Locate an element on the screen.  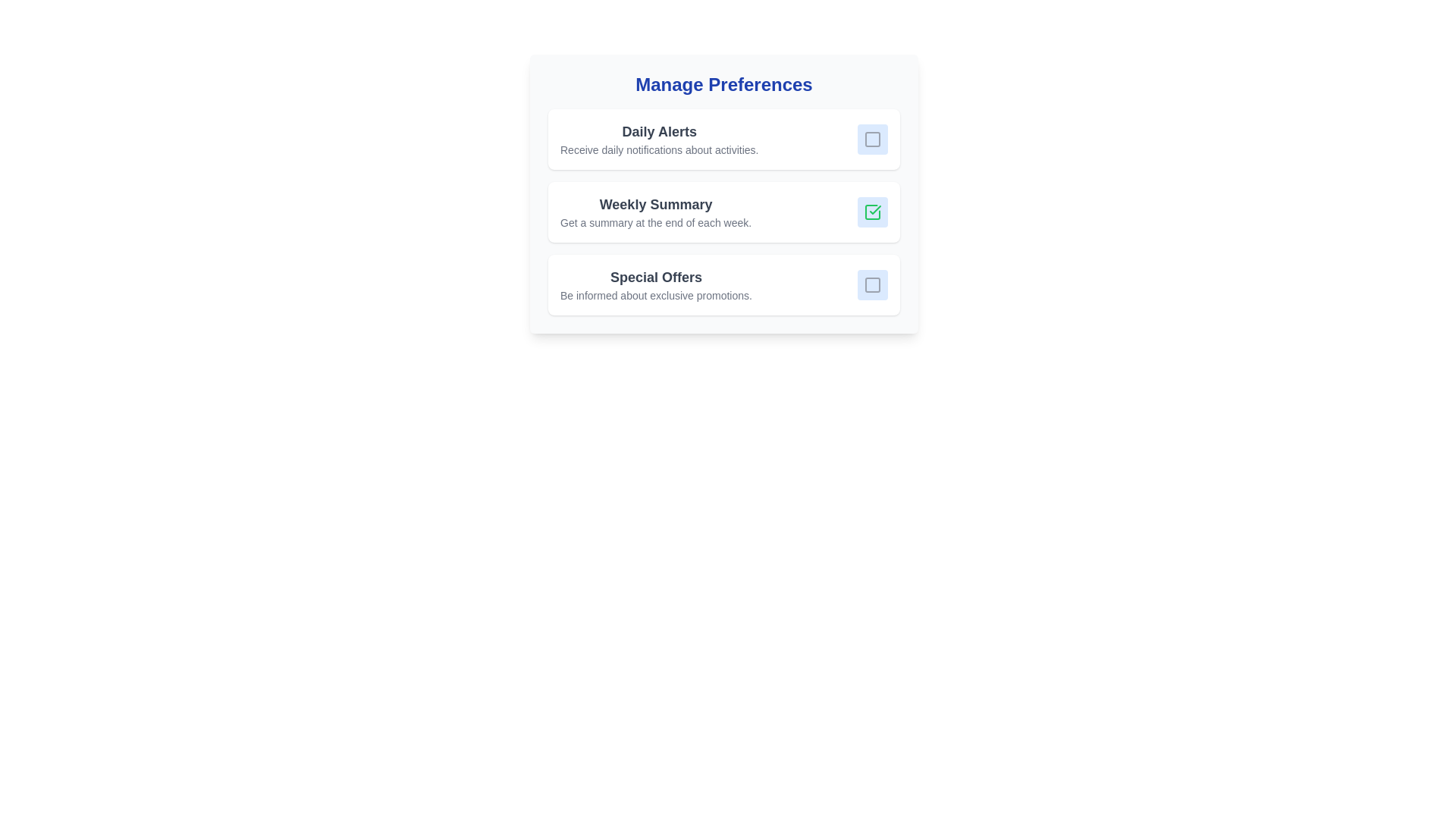
the checkbox in the third item of the 'Manage Preferences' section is located at coordinates (723, 284).